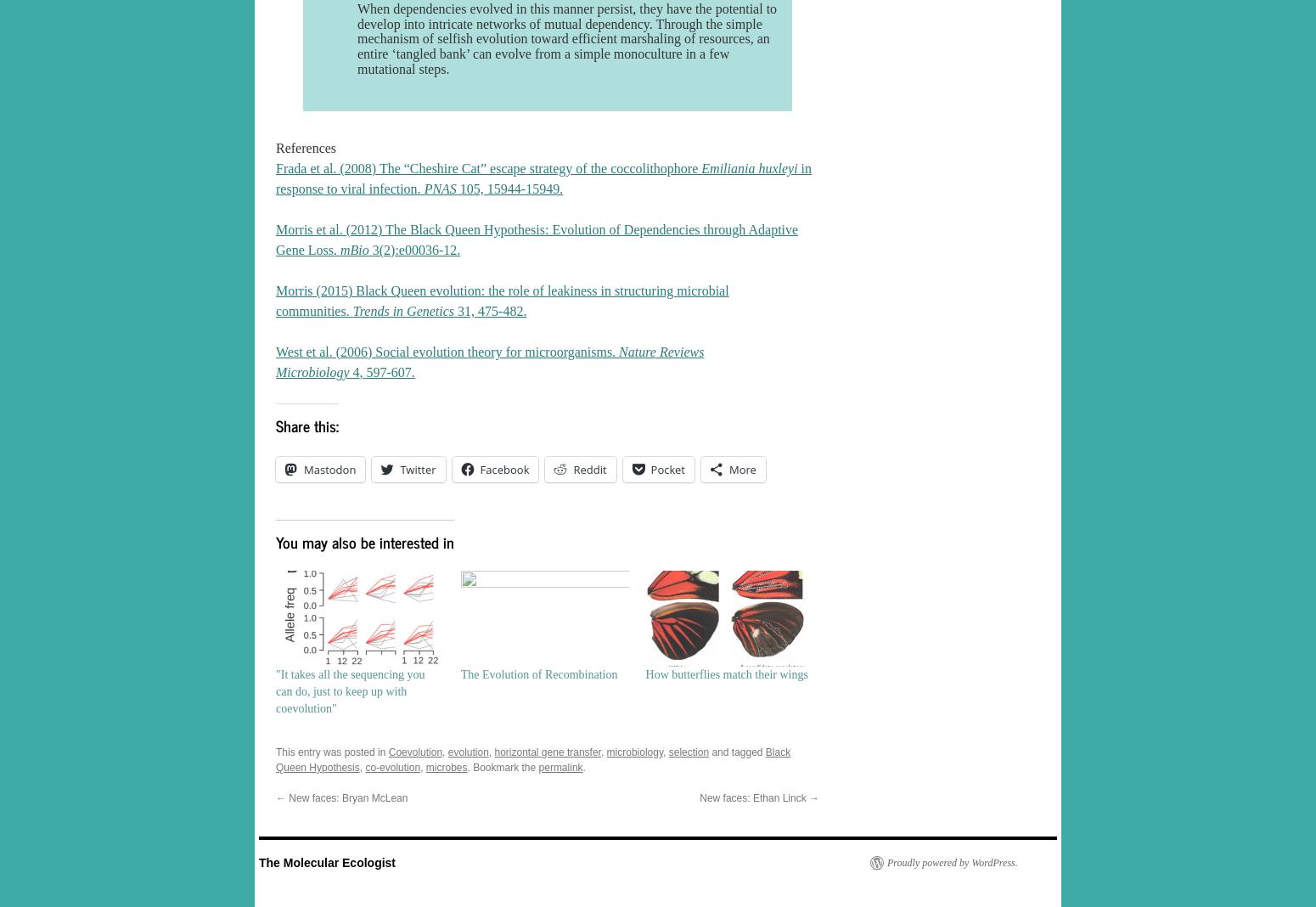  I want to click on 'This entry was posted in', so click(332, 751).